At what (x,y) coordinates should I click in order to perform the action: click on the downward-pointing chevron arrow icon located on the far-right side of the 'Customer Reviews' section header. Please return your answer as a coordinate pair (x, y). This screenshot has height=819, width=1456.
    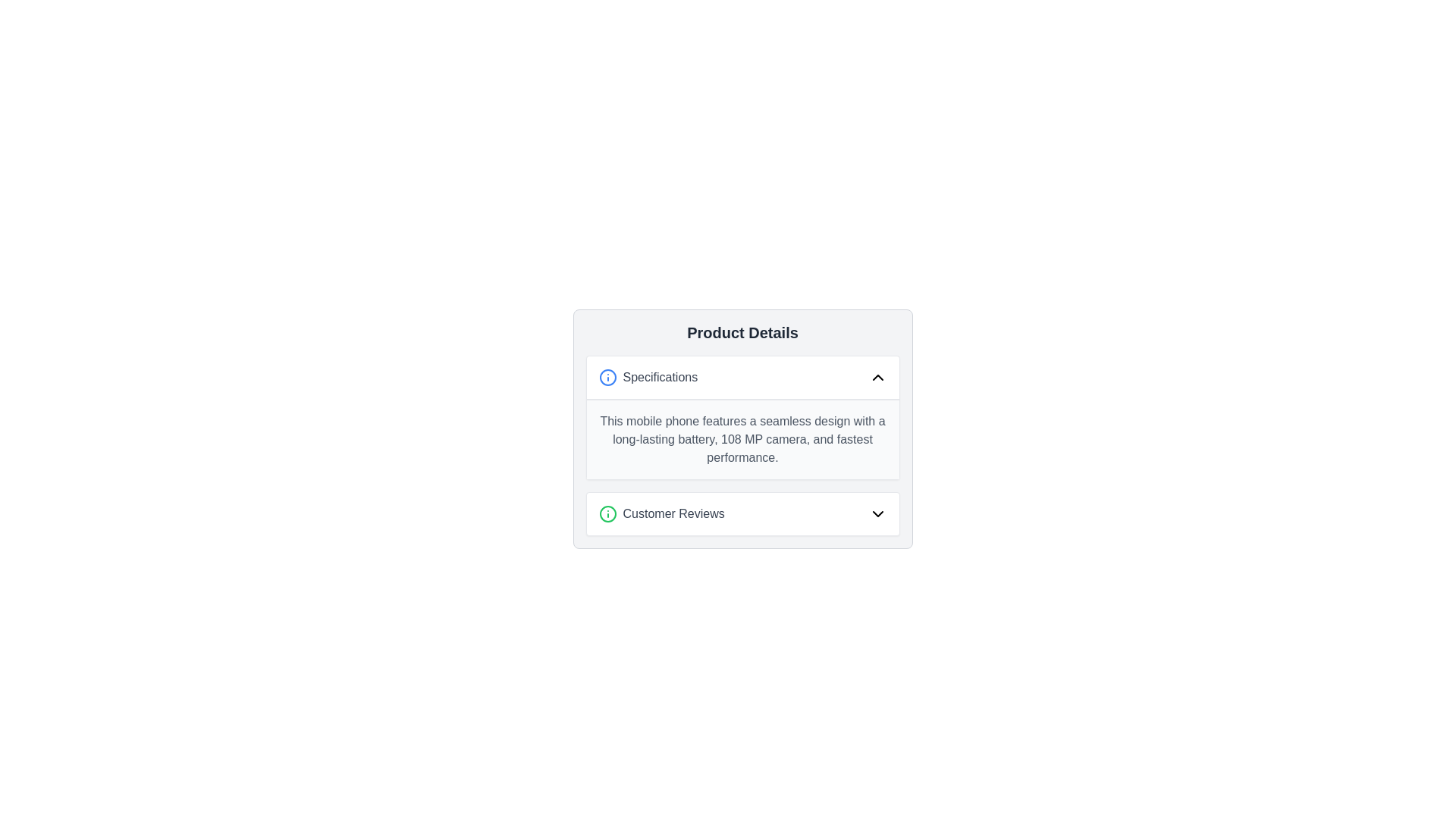
    Looking at the image, I should click on (877, 513).